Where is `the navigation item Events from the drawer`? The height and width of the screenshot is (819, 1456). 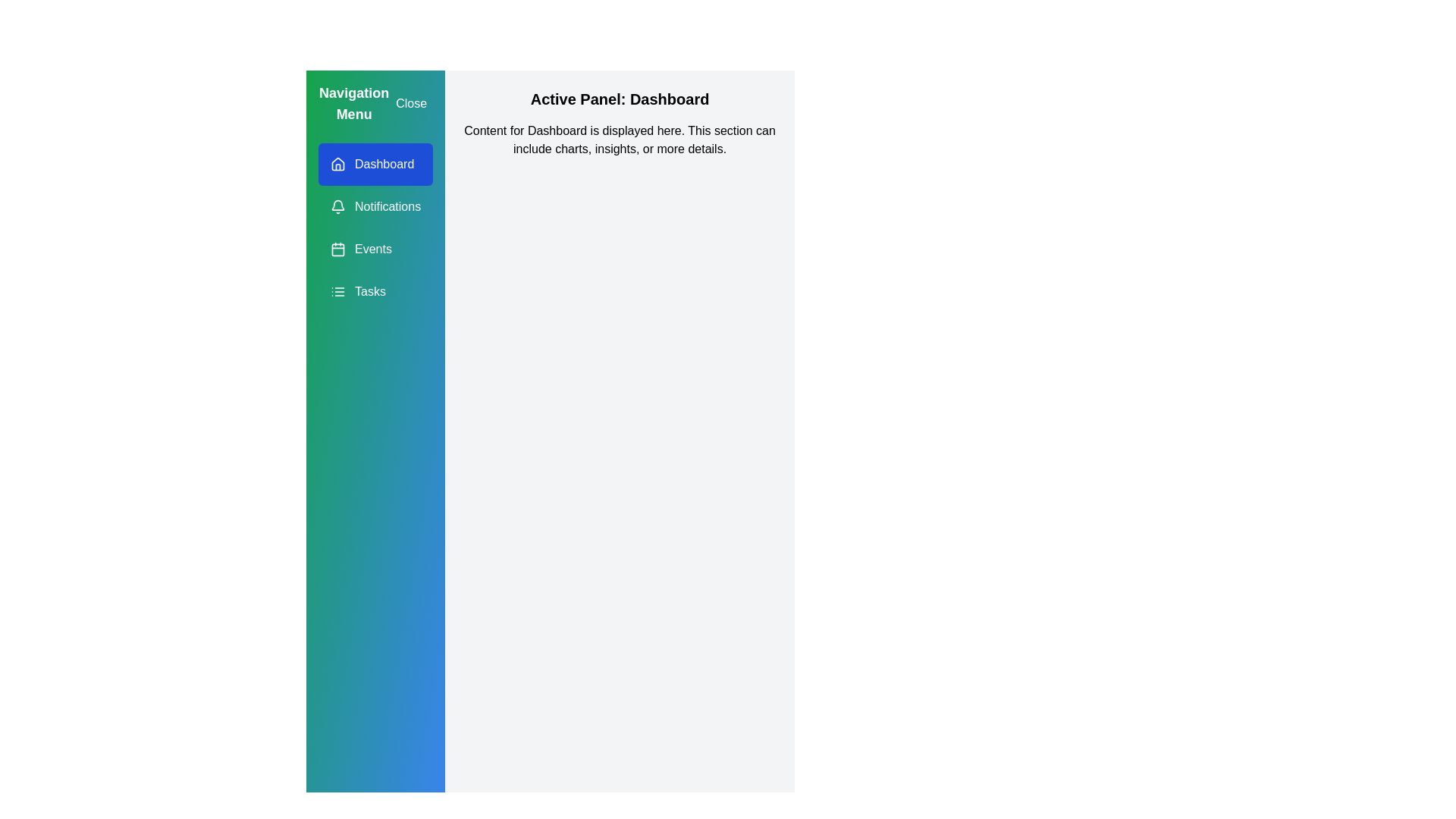
the navigation item Events from the drawer is located at coordinates (375, 248).